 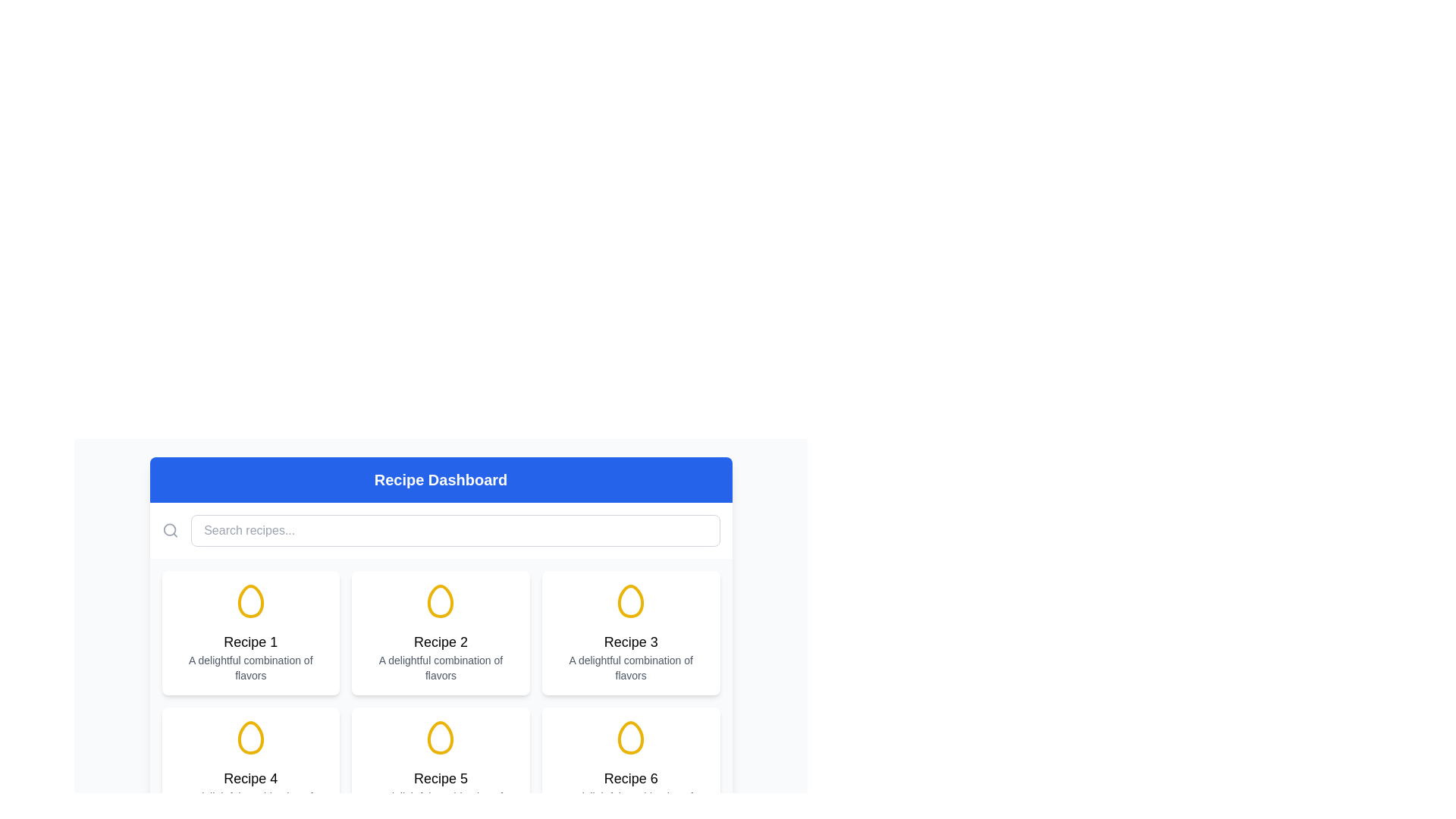 I want to click on the decorative icon representing an egg-related recipe in the first card of the Recipe Dashboard, located above the text titles 'Recipe 1' and 'A delightful combination of flavors', so click(x=250, y=601).